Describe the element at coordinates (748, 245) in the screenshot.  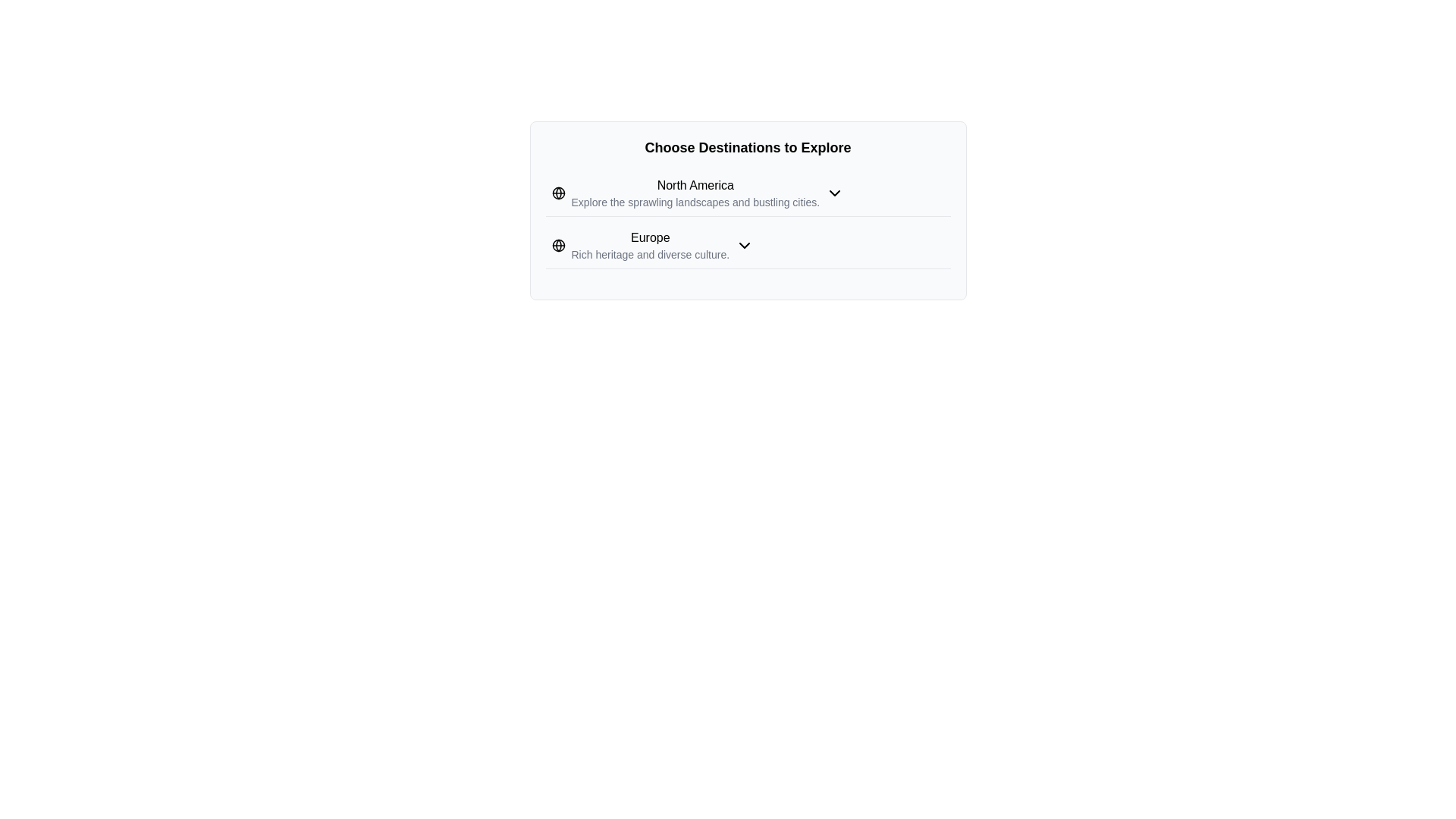
I see `the second destination option in the interactive list for Europe, located directly below the 'North America' choice` at that location.